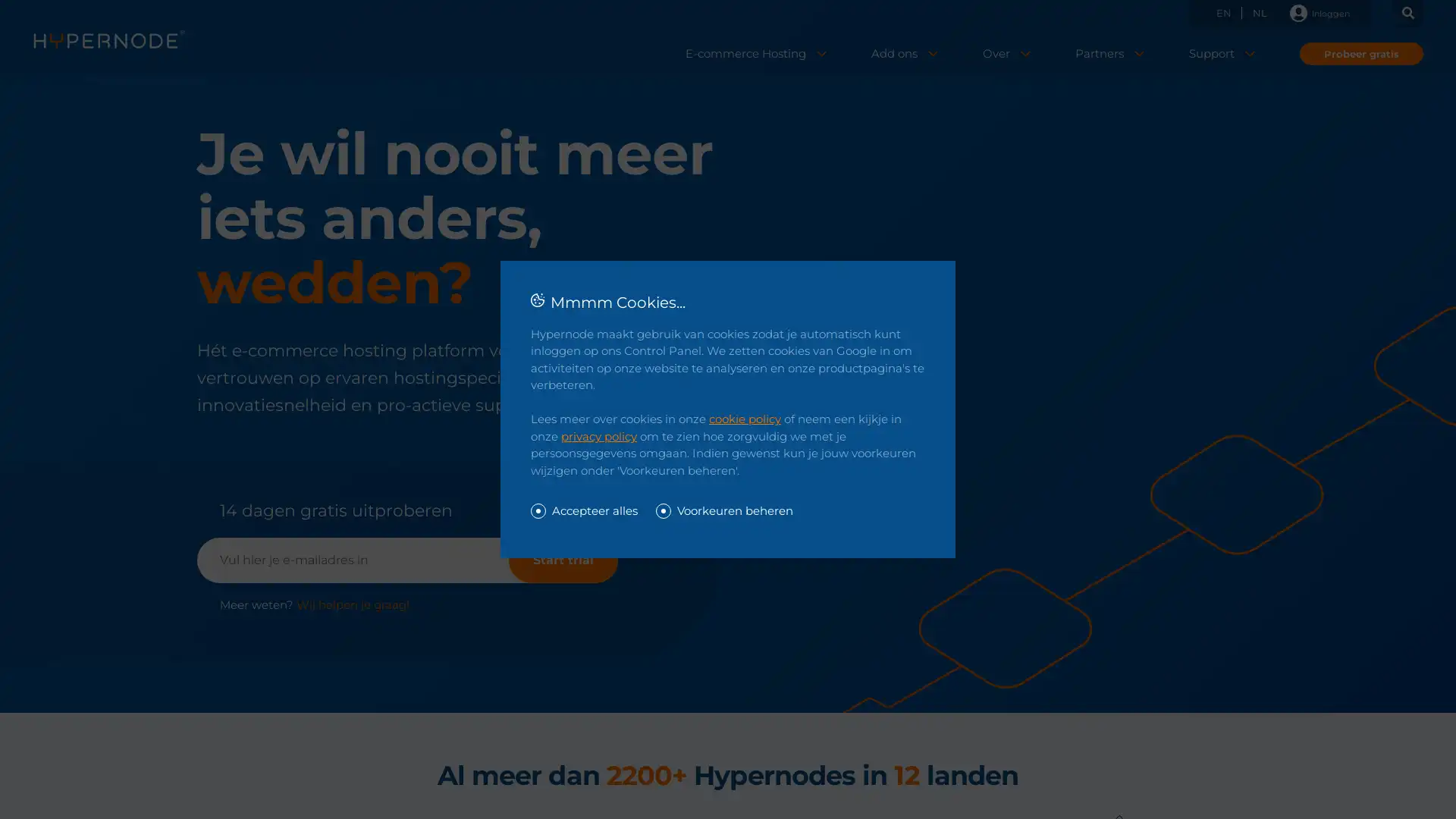 The height and width of the screenshot is (819, 1456). What do you see at coordinates (583, 511) in the screenshot?
I see `Accepteer alles` at bounding box center [583, 511].